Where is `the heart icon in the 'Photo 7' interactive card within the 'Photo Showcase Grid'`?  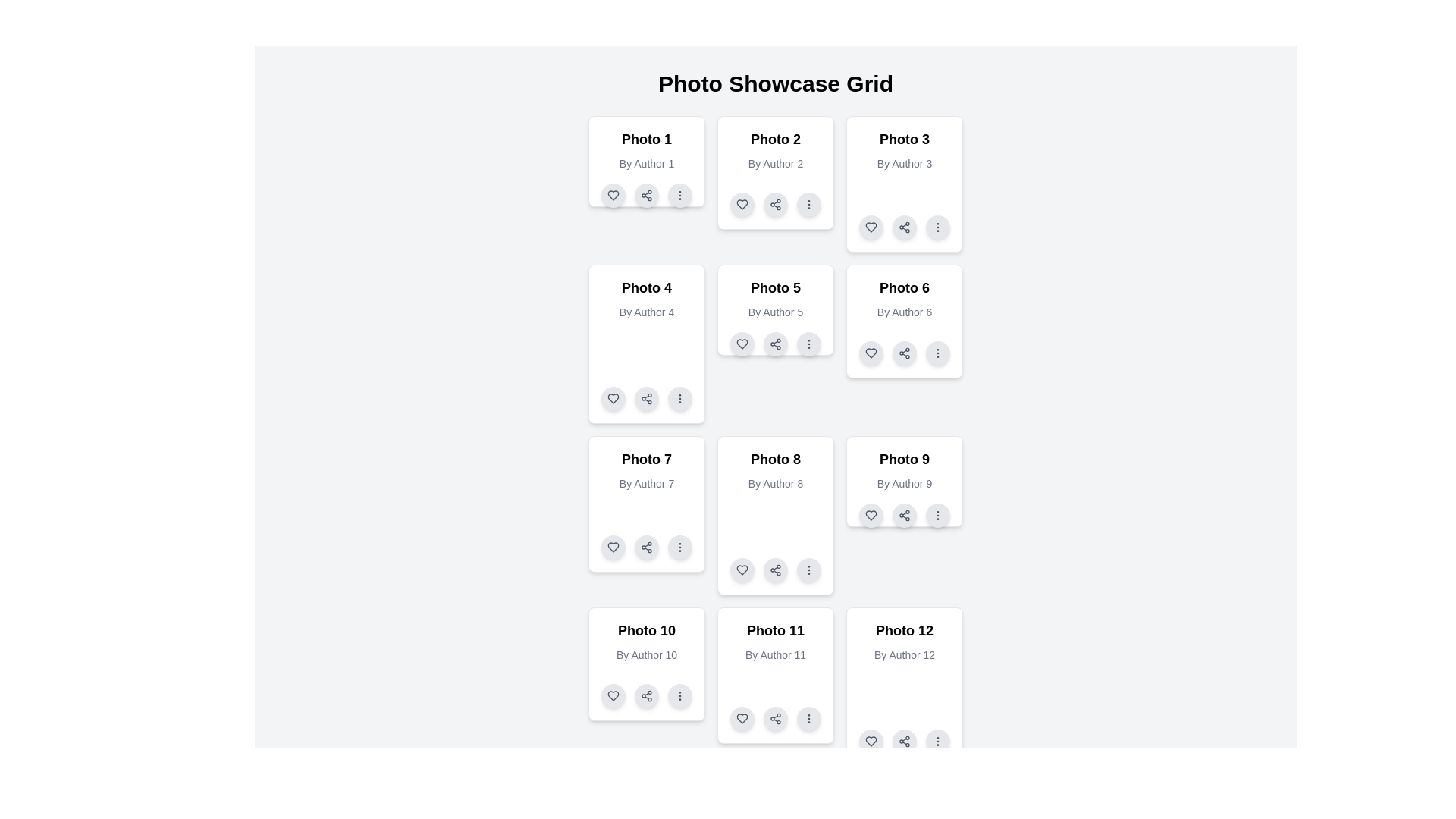
the heart icon in the 'Photo 7' interactive card within the 'Photo Showcase Grid' is located at coordinates (613, 547).